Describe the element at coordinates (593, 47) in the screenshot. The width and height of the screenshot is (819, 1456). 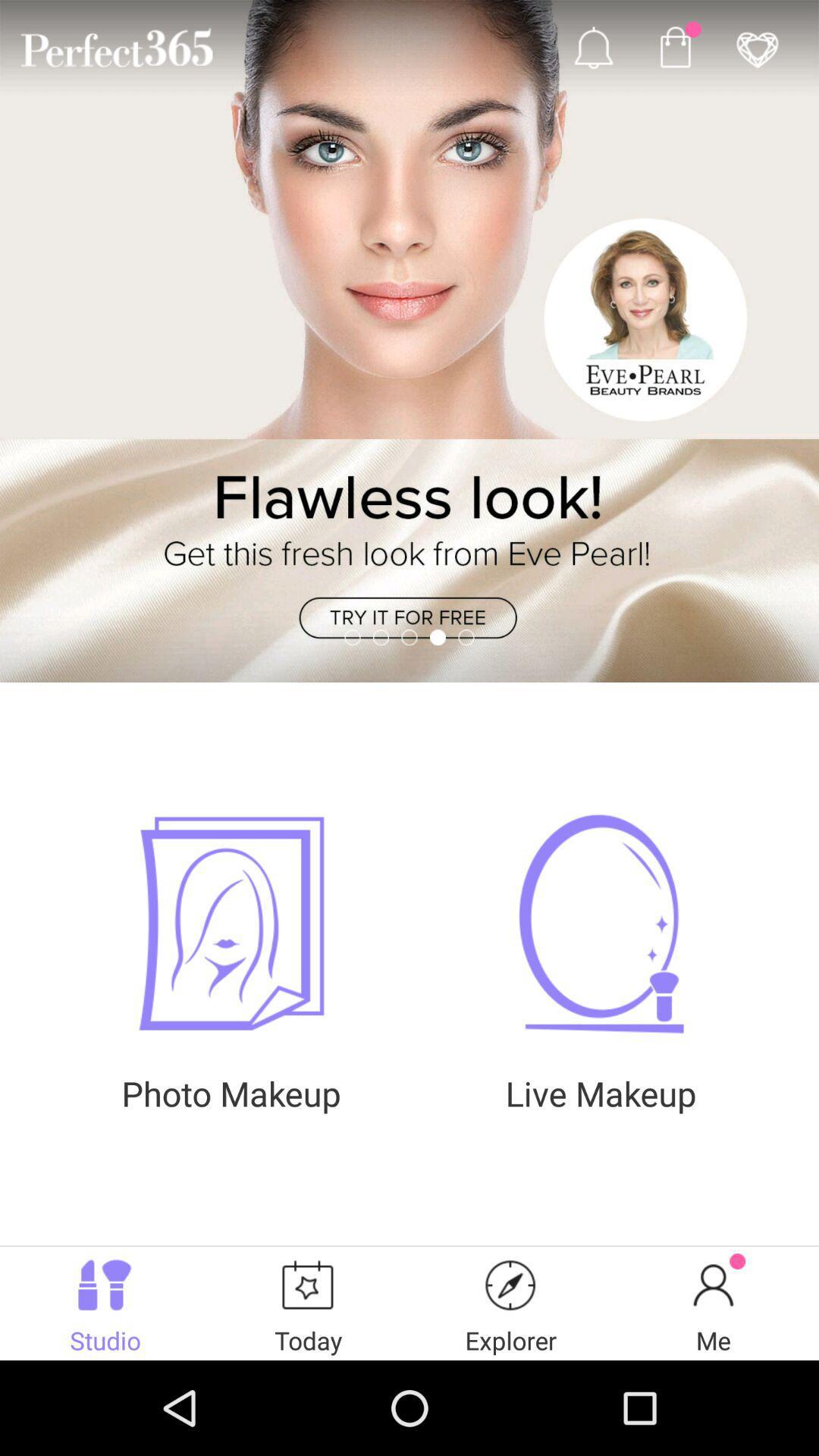
I see `bell icon` at that location.